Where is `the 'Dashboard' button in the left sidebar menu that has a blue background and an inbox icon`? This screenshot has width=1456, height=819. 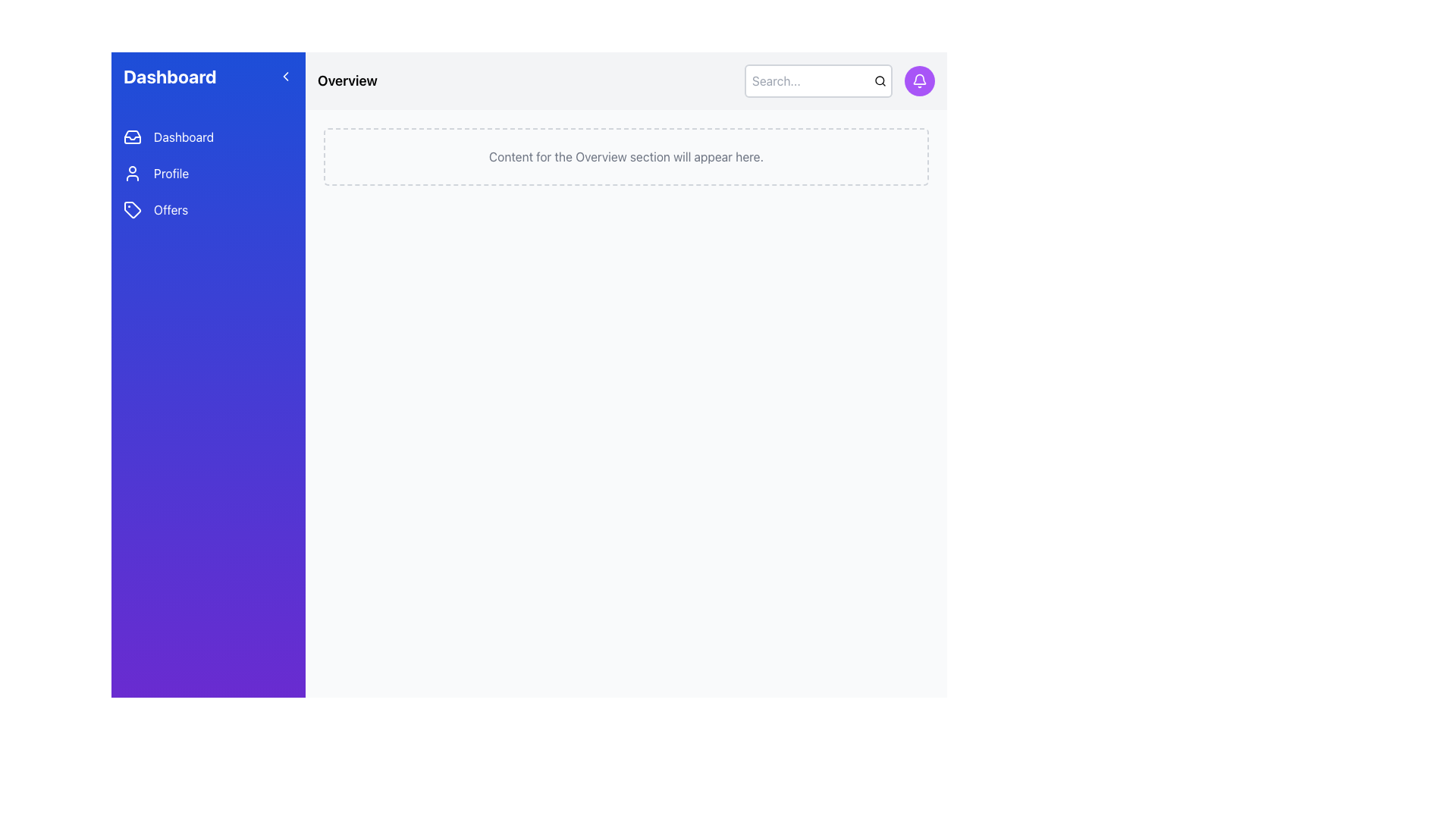 the 'Dashboard' button in the left sidebar menu that has a blue background and an inbox icon is located at coordinates (207, 137).